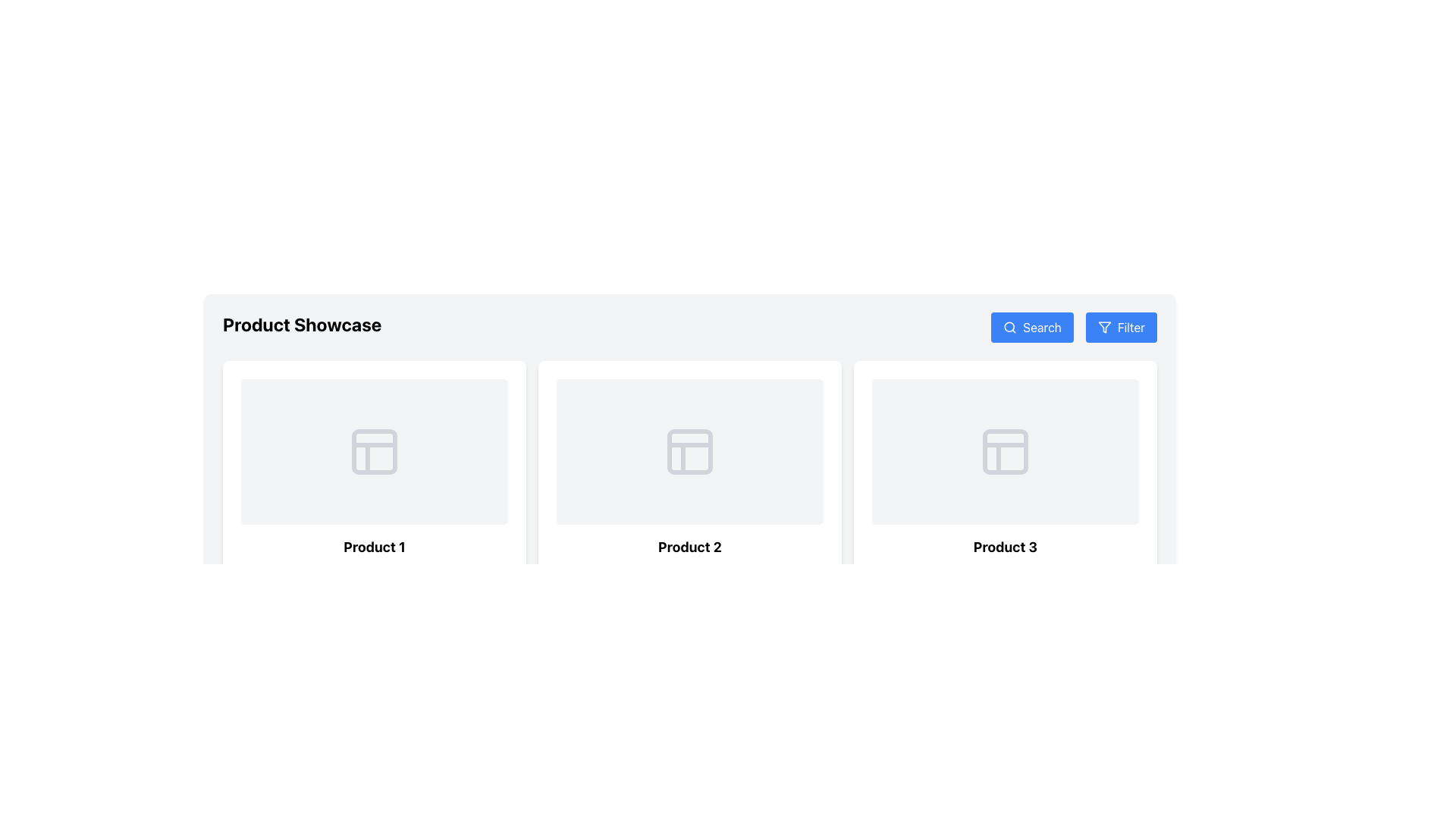  I want to click on text label displaying the word 'Search' within the blue button that has rounded corners and a magnifying-glass icon to its left, so click(1040, 327).